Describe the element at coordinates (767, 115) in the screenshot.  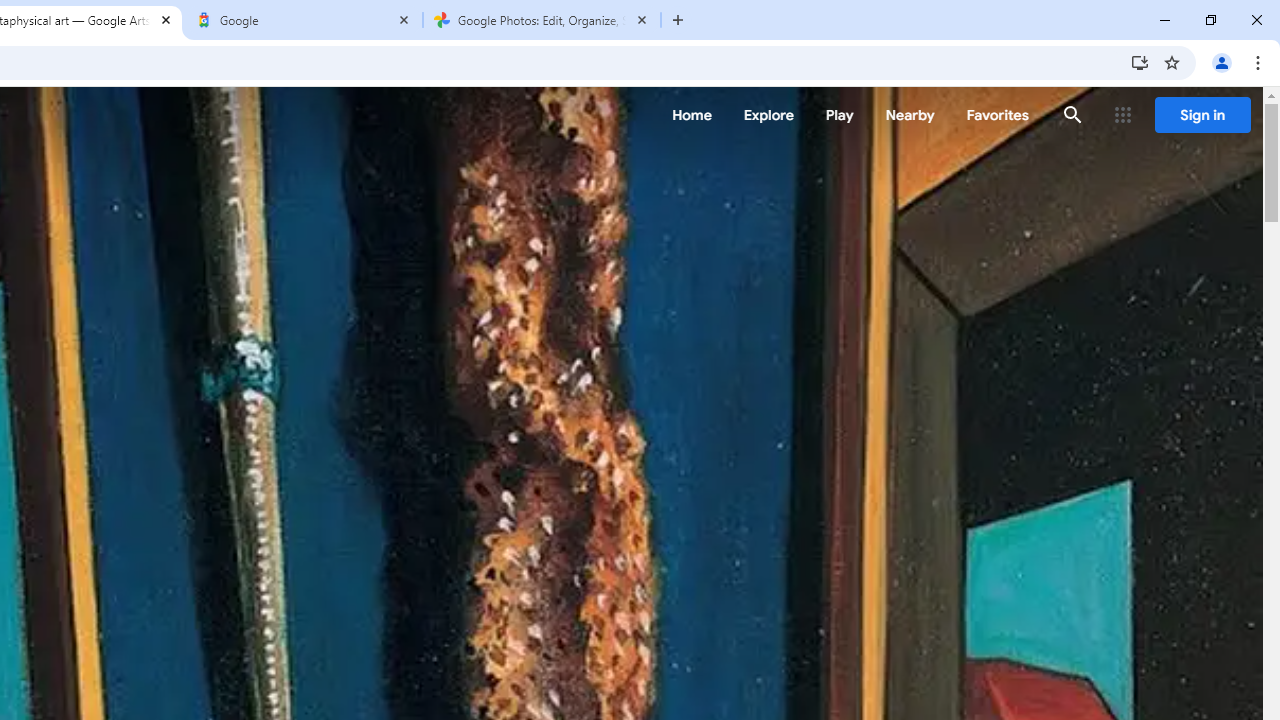
I see `'Explore'` at that location.